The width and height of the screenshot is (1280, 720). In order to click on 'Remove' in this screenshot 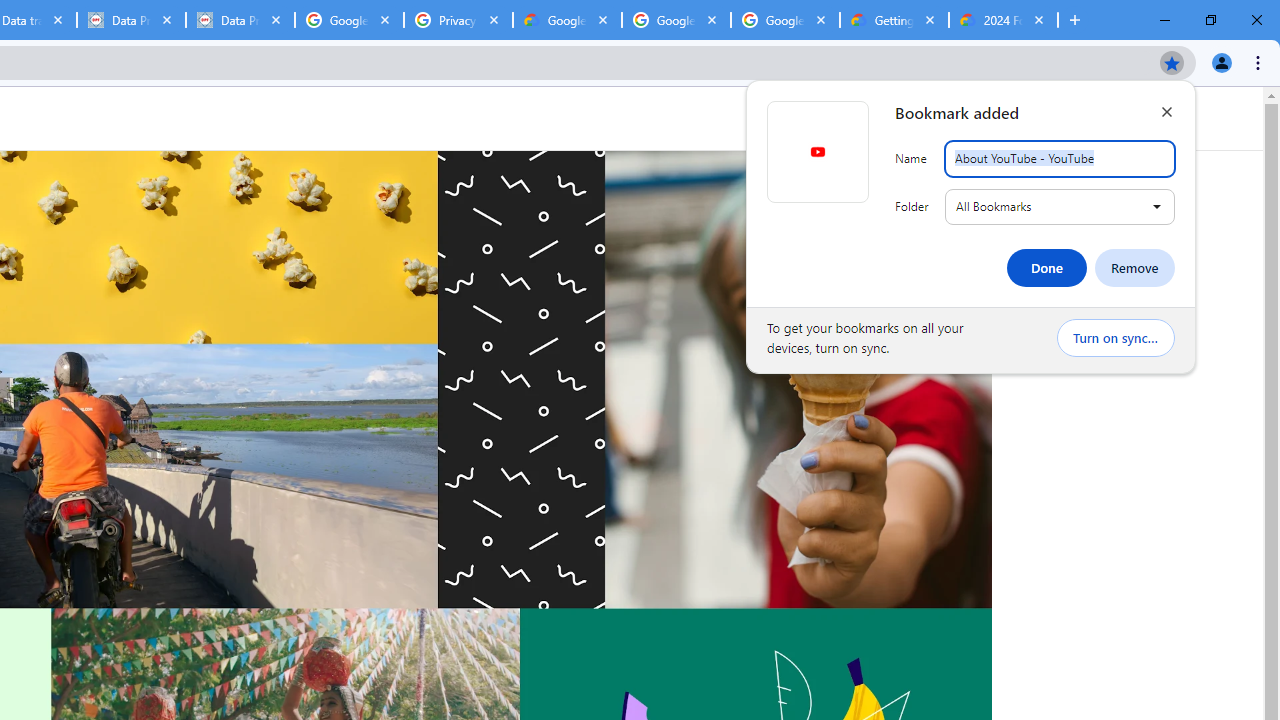, I will do `click(1134, 267)`.